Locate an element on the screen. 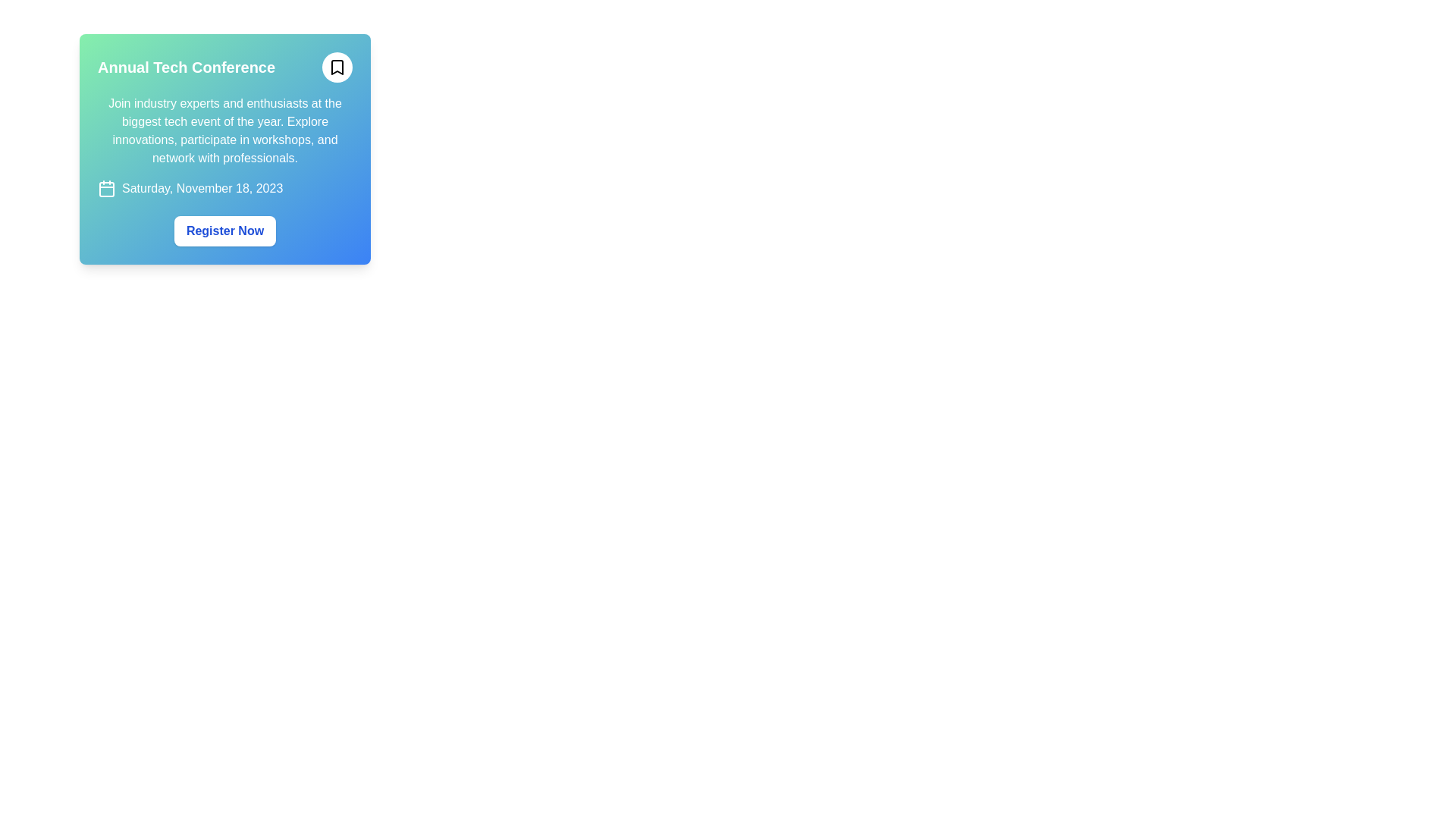 This screenshot has width=1456, height=819. the bookmark-shaped icon located in the top-right corner of the 'Annual Tech Conference' card is located at coordinates (337, 66).